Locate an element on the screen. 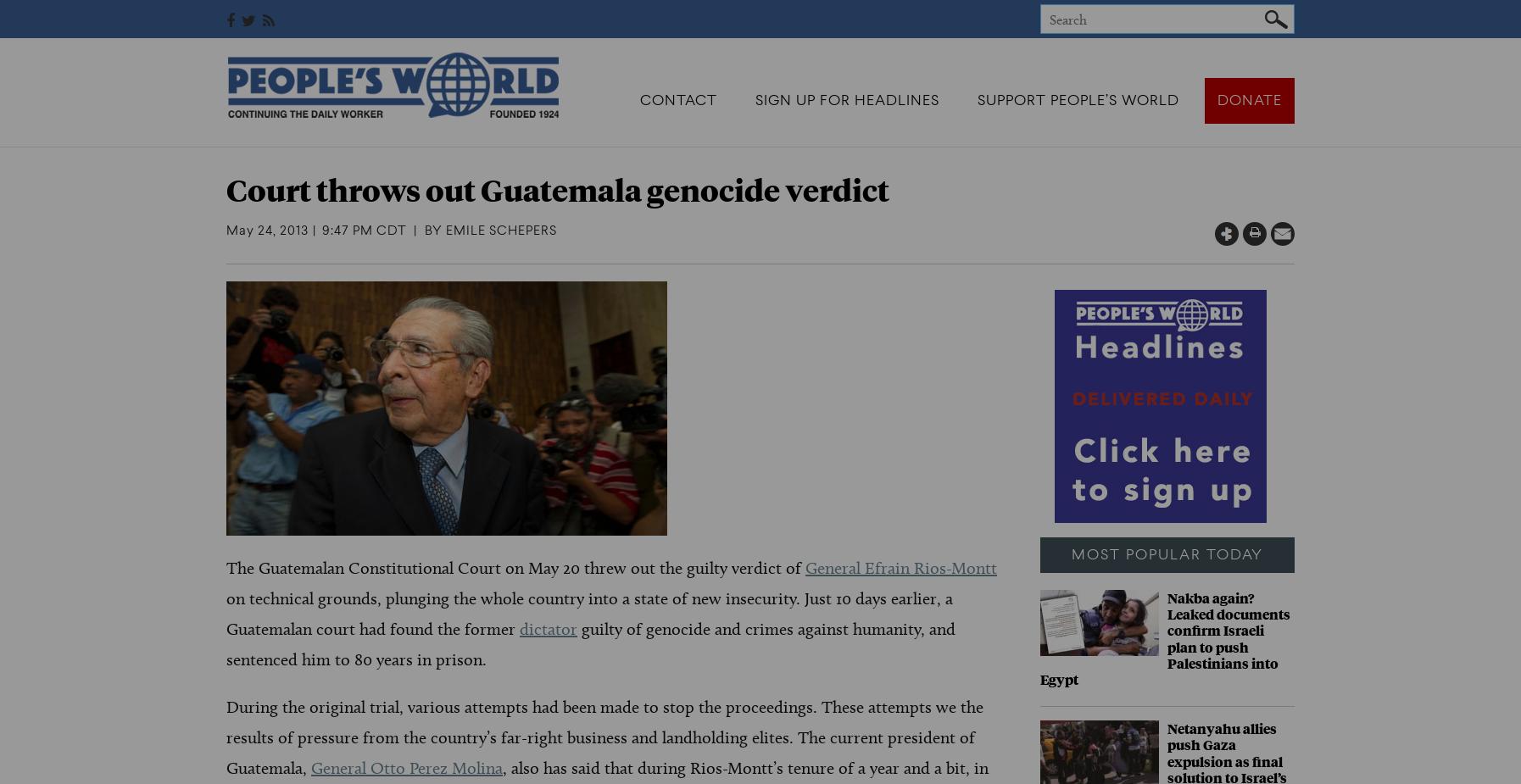  'on technical grounds, plunging the whole country into a state of new insecurity. Just 10 days earlier, a Guatemalan court had found the former' is located at coordinates (225, 613).